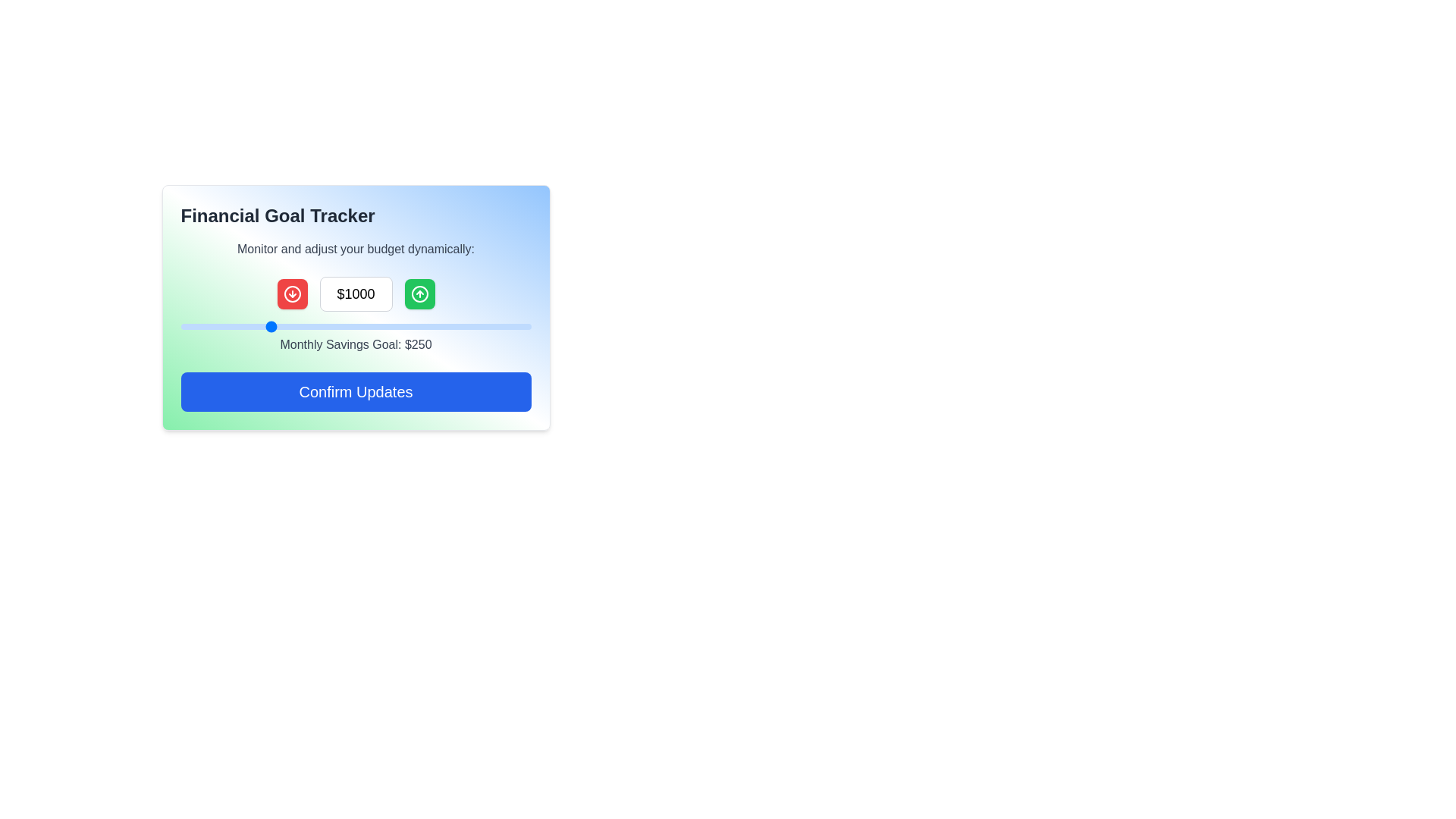  What do you see at coordinates (262, 326) in the screenshot?
I see `the monthly savings goal` at bounding box center [262, 326].